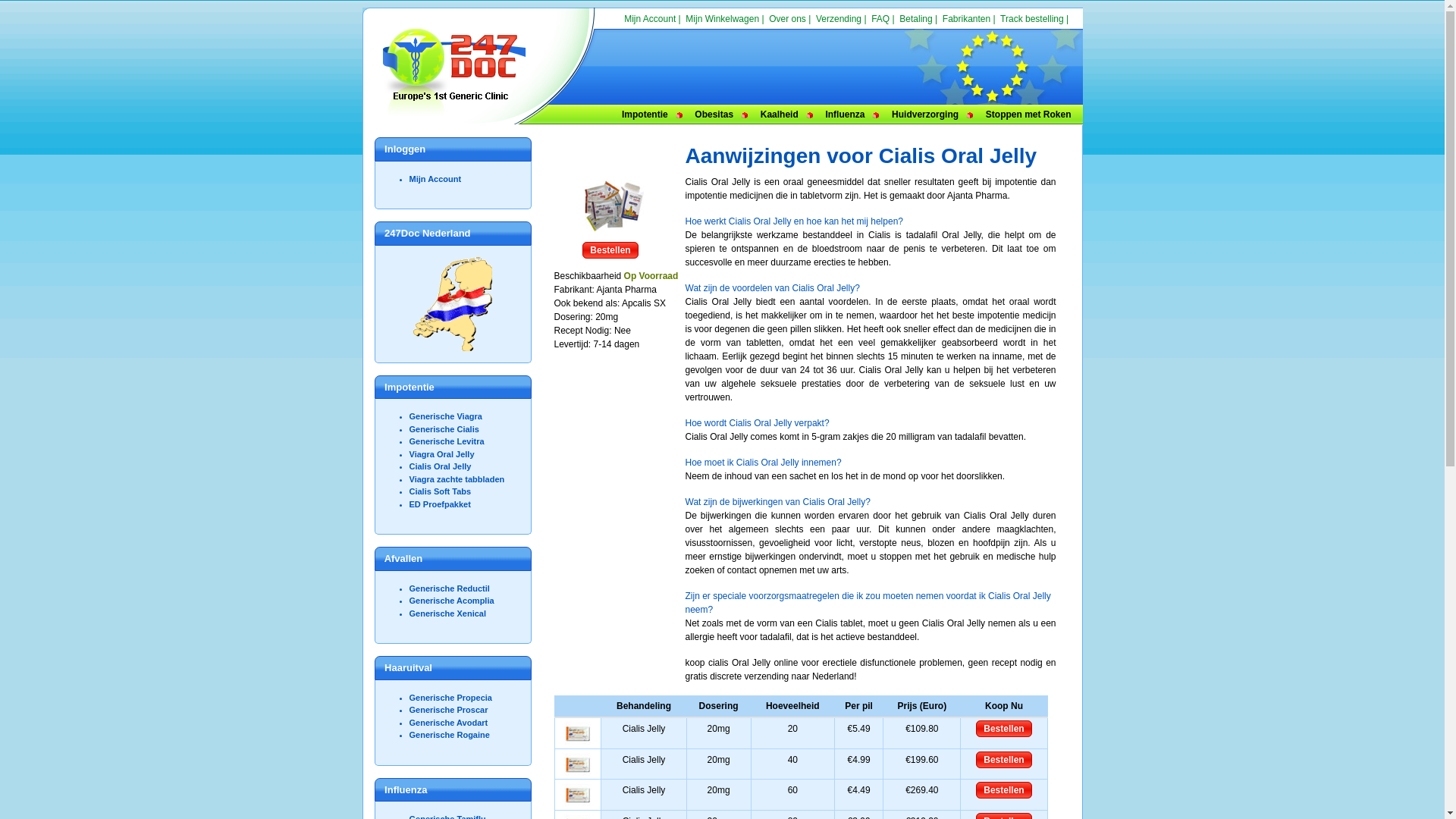 Image resolution: width=1456 pixels, height=819 pixels. Describe the element at coordinates (447, 710) in the screenshot. I see `'Generische Proscar'` at that location.